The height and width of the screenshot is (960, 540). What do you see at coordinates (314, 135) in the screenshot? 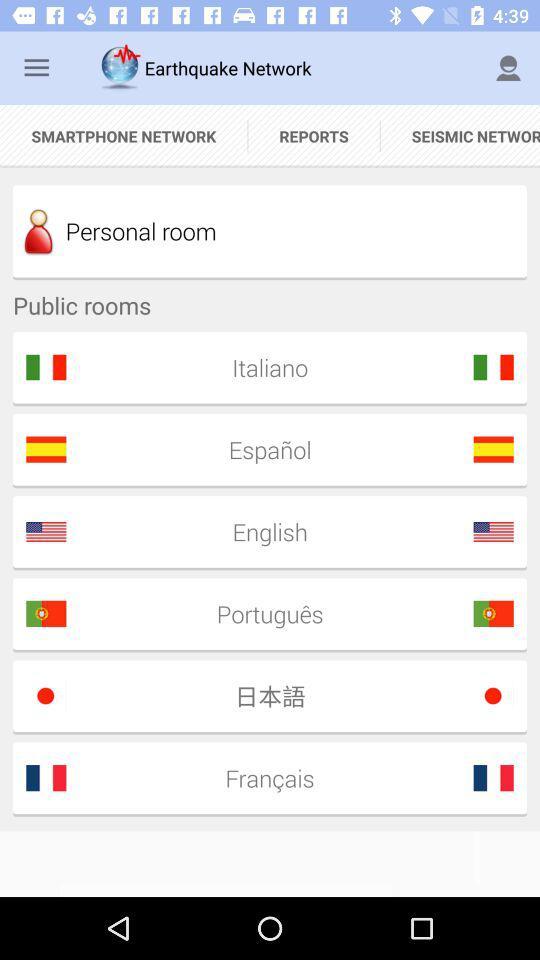
I see `the icon to the left of seismic networks app` at bounding box center [314, 135].